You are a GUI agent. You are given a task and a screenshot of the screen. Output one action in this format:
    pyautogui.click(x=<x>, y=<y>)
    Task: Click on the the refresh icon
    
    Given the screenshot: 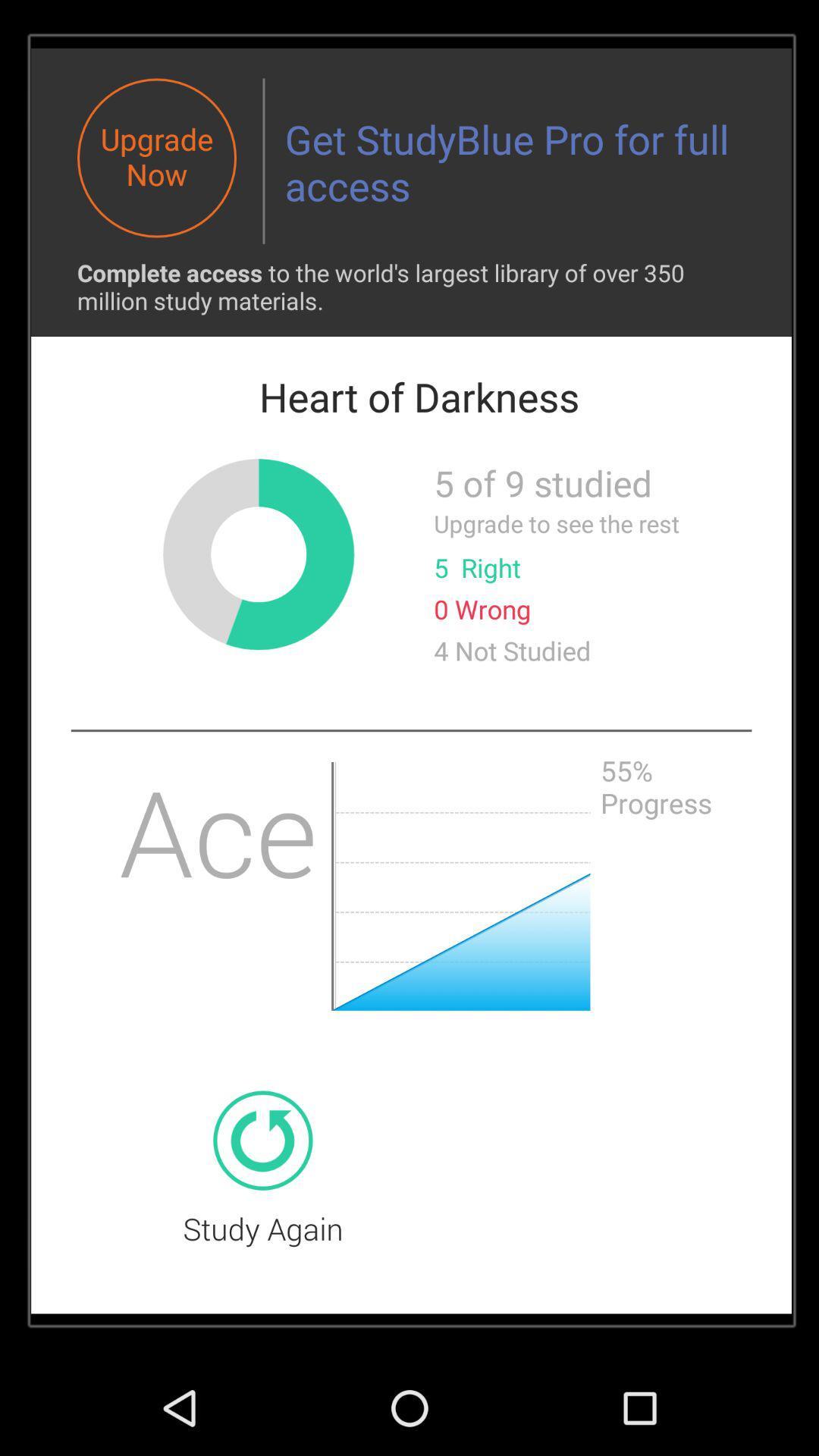 What is the action you would take?
    pyautogui.click(x=262, y=1220)
    